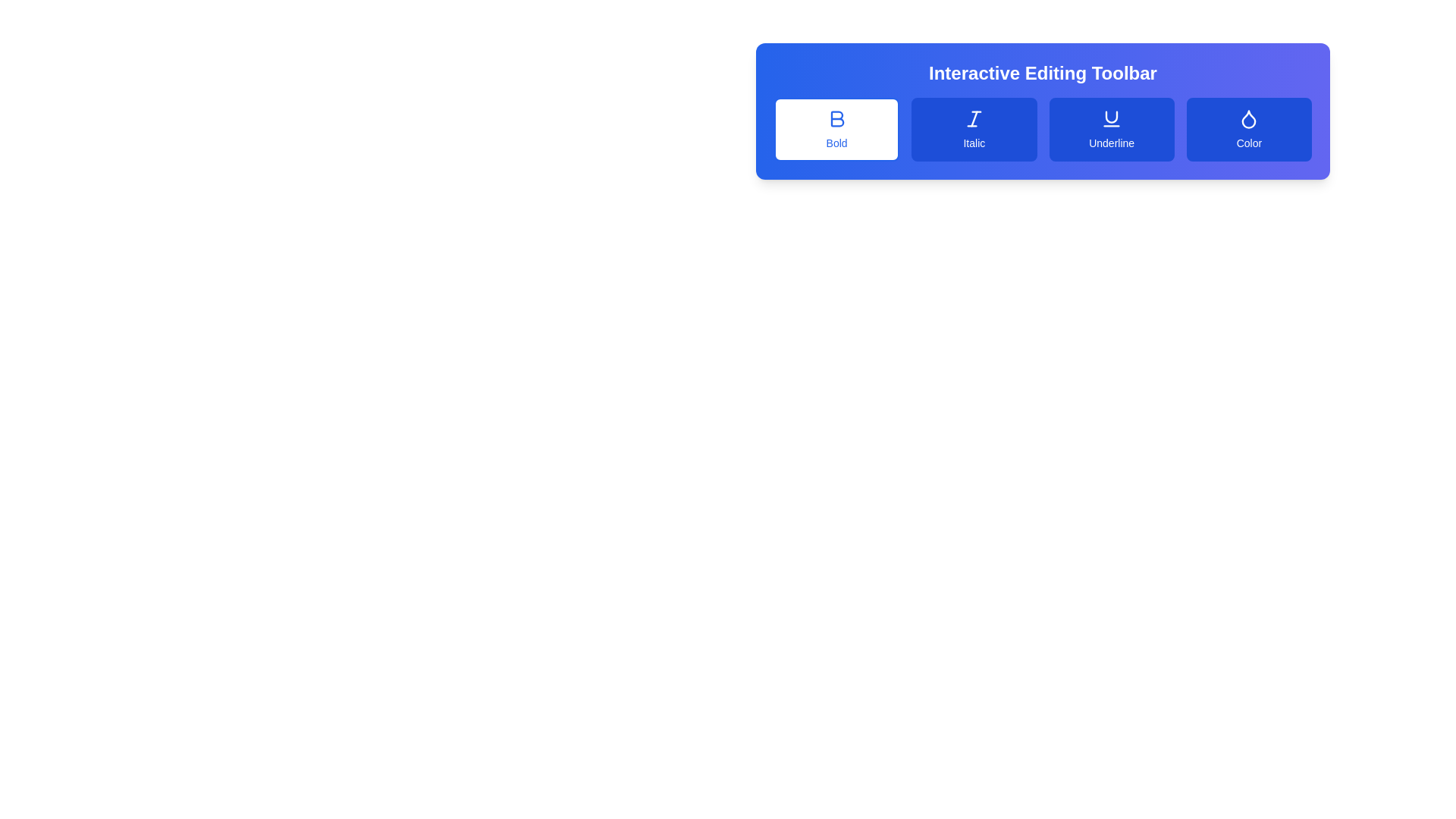 The width and height of the screenshot is (1456, 819). Describe the element at coordinates (1112, 143) in the screenshot. I see `the 'Underline' label text, which is styled with a small font size, capitalized letters, and centrally aligned within a button with a blue background, located third from the left in a horizontal toolbar` at that location.